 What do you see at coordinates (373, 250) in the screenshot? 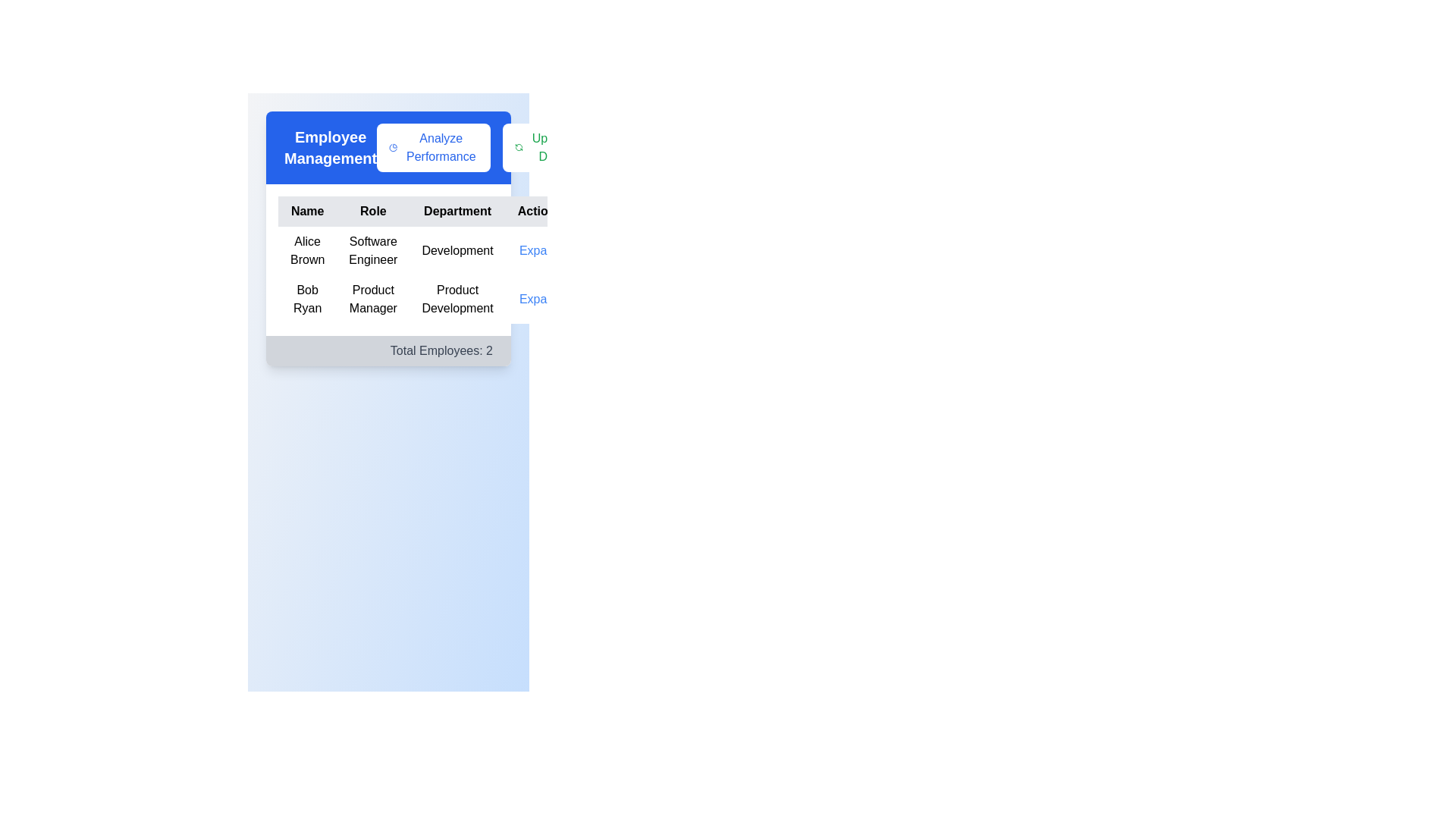
I see `the text display element labeled 'Software Engineer' located in the second column of the first row under the column header 'Role'` at bounding box center [373, 250].